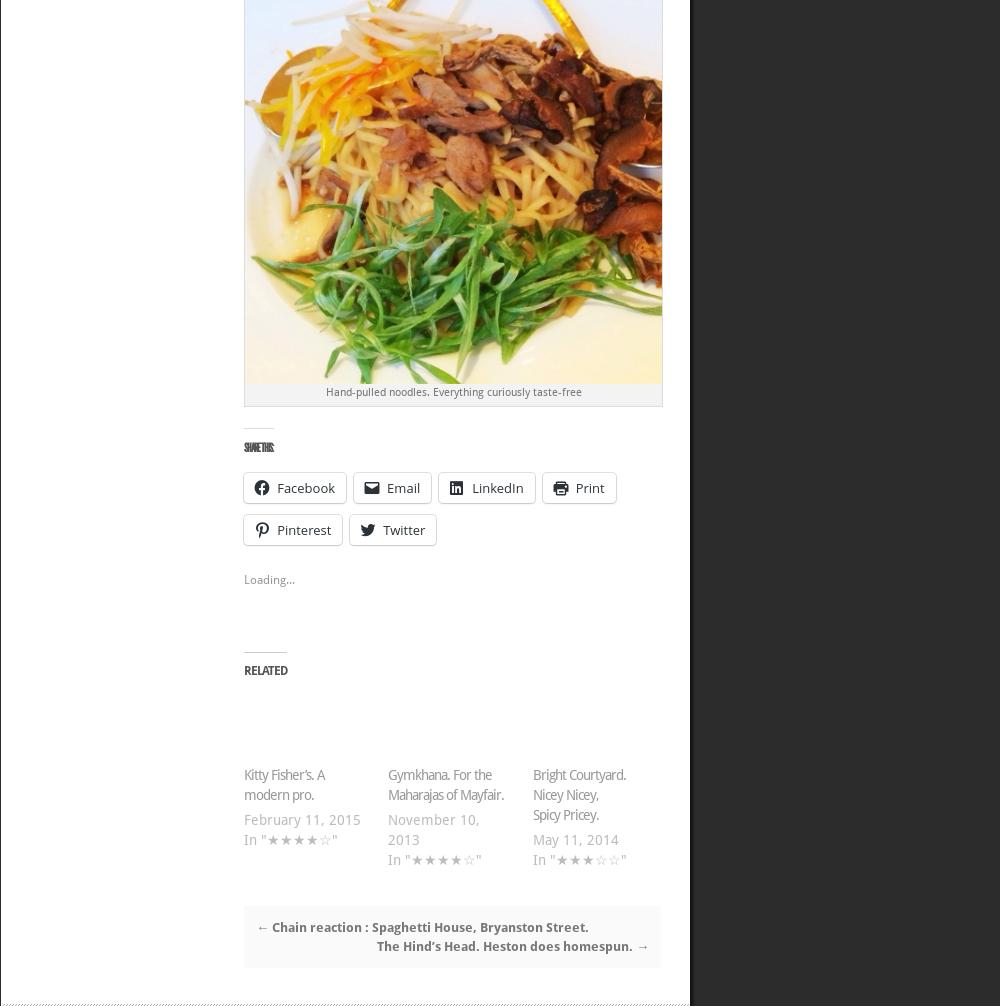  Describe the element at coordinates (403, 486) in the screenshot. I see `'Email'` at that location.